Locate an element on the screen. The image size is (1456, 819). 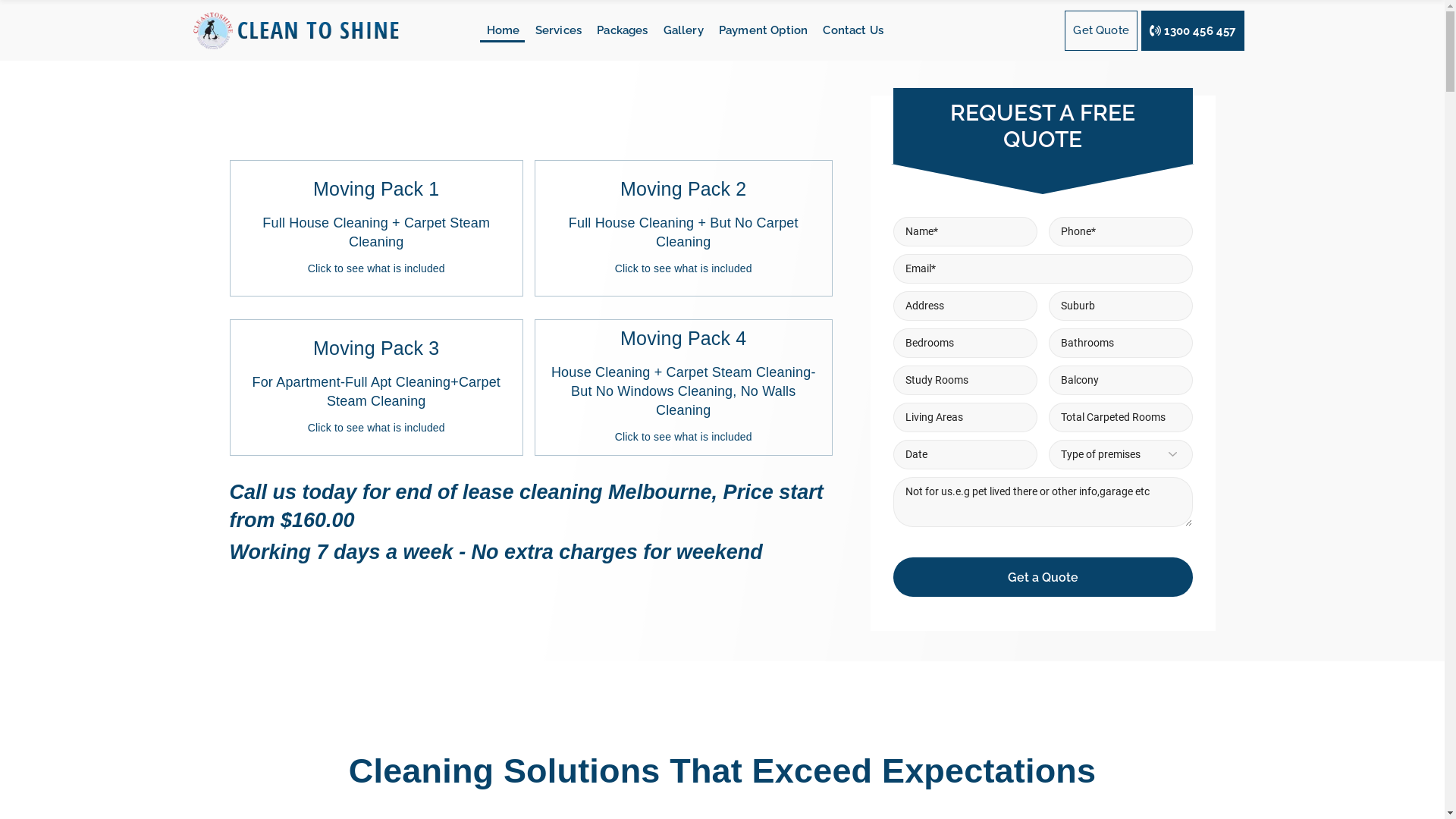
'Packages' is located at coordinates (616, 30).